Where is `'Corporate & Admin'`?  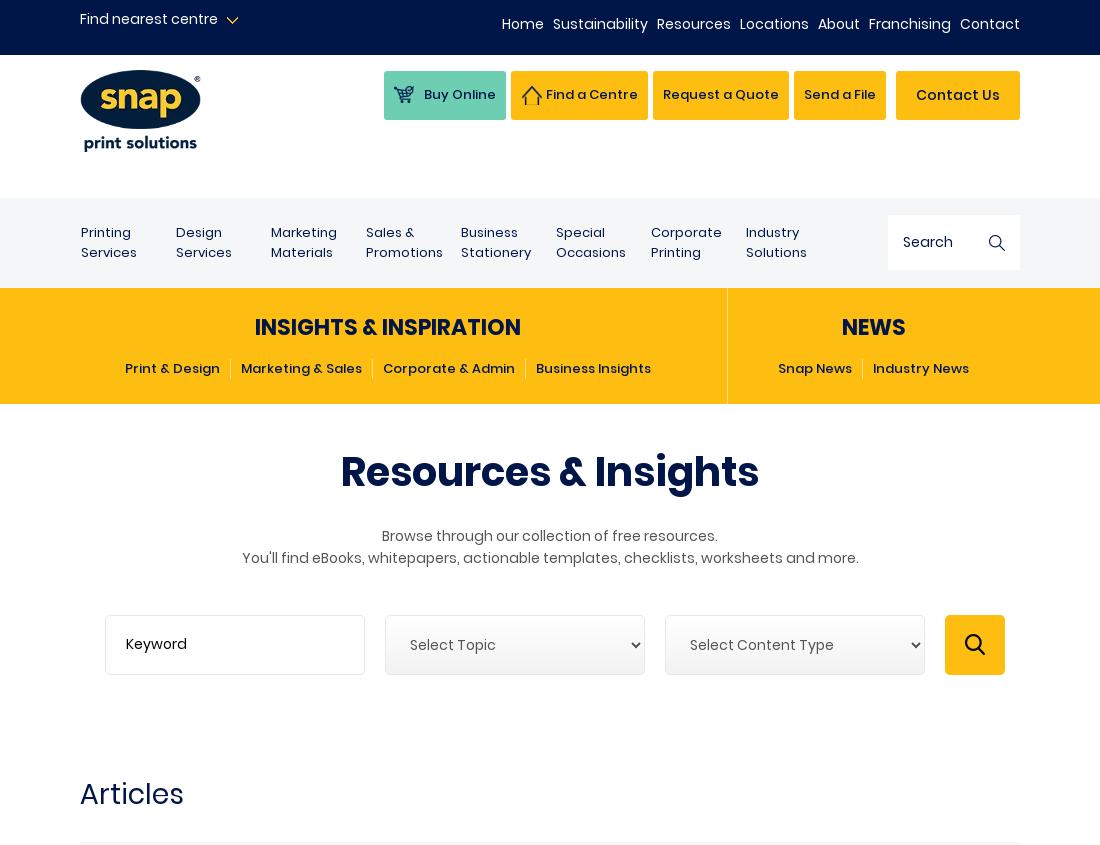
'Corporate & Admin' is located at coordinates (448, 367).